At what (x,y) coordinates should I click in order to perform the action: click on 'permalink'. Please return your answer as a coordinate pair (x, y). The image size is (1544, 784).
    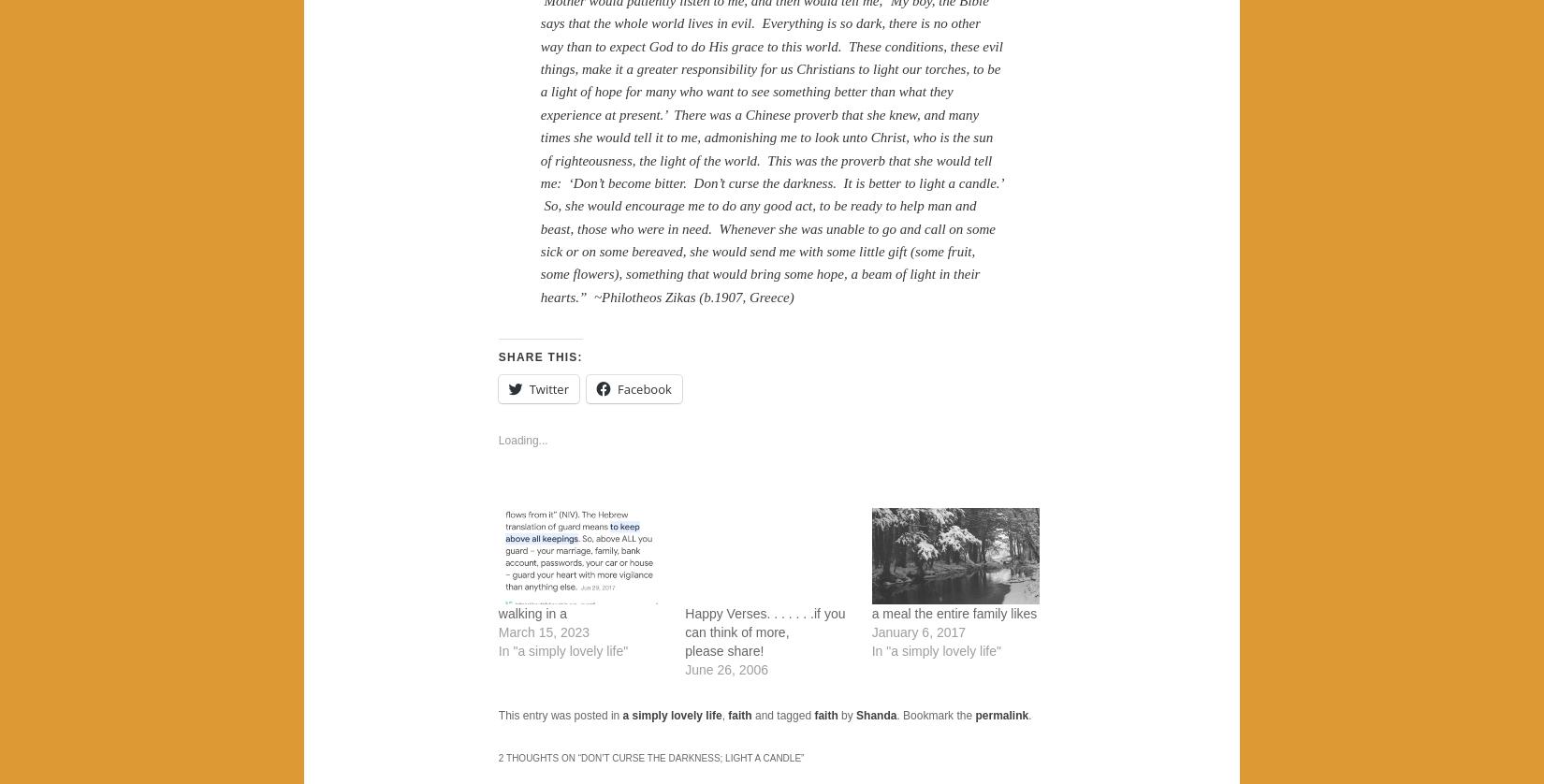
    Looking at the image, I should click on (974, 714).